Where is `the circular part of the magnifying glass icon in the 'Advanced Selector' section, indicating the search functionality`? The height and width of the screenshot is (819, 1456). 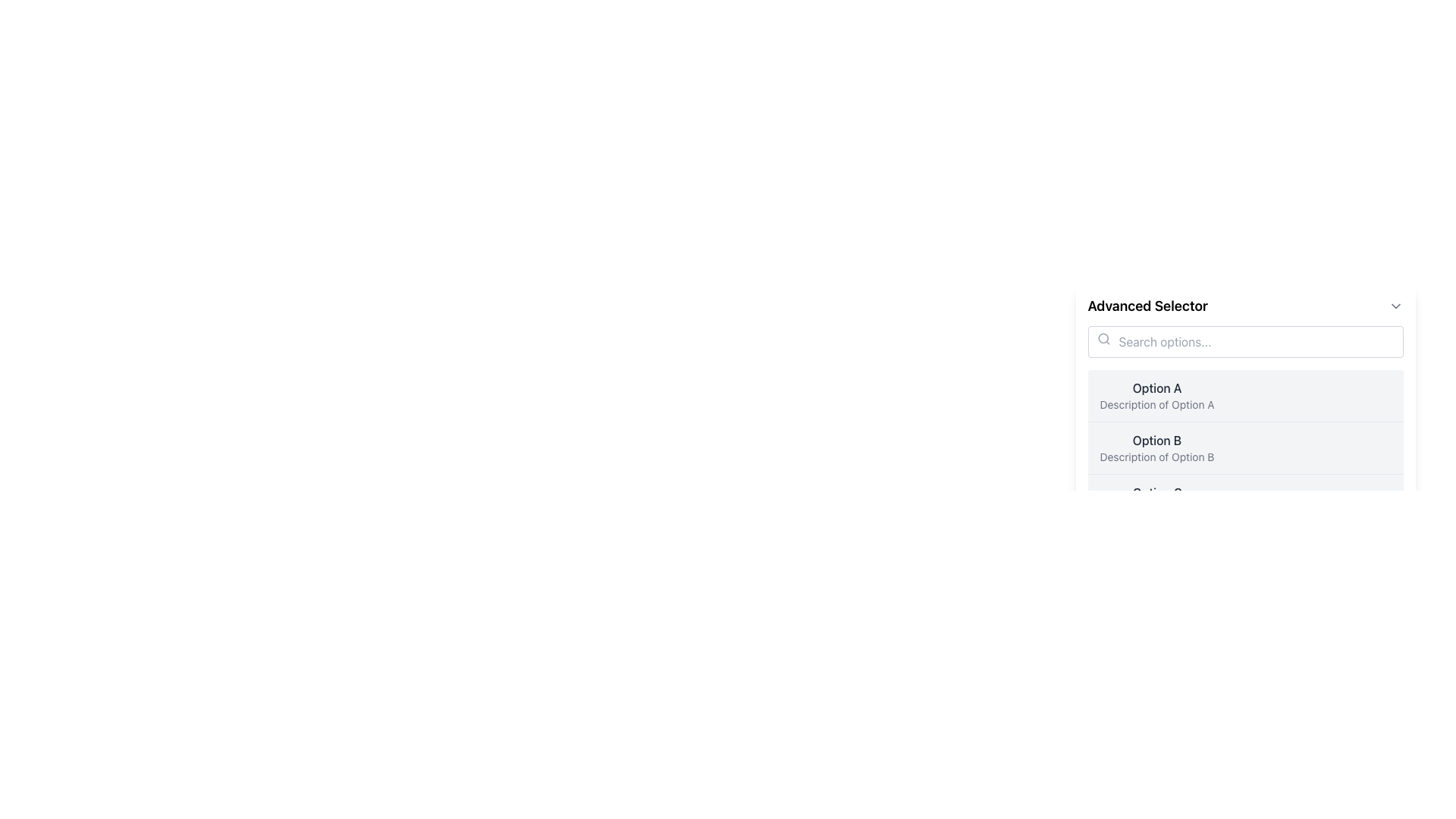 the circular part of the magnifying glass icon in the 'Advanced Selector' section, indicating the search functionality is located at coordinates (1103, 337).